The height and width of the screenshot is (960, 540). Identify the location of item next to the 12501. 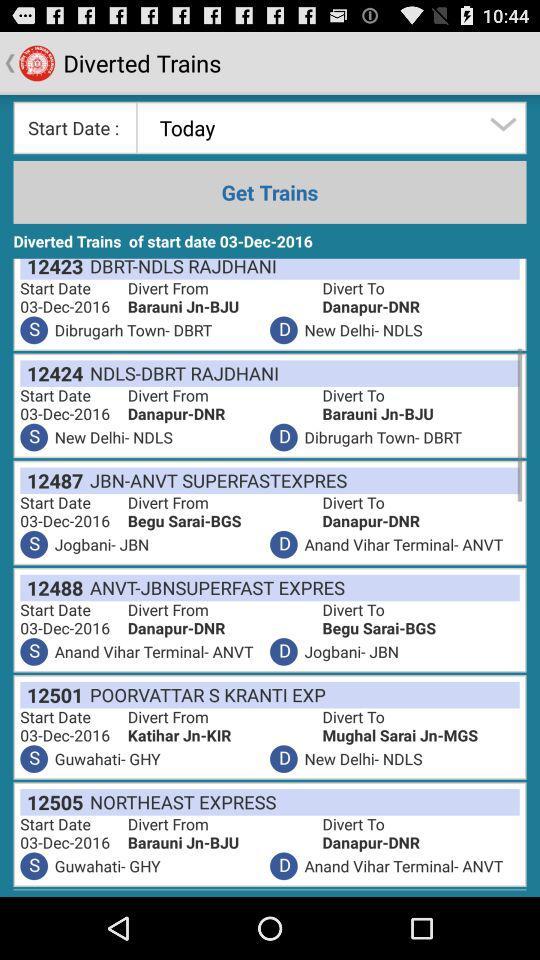
(203, 694).